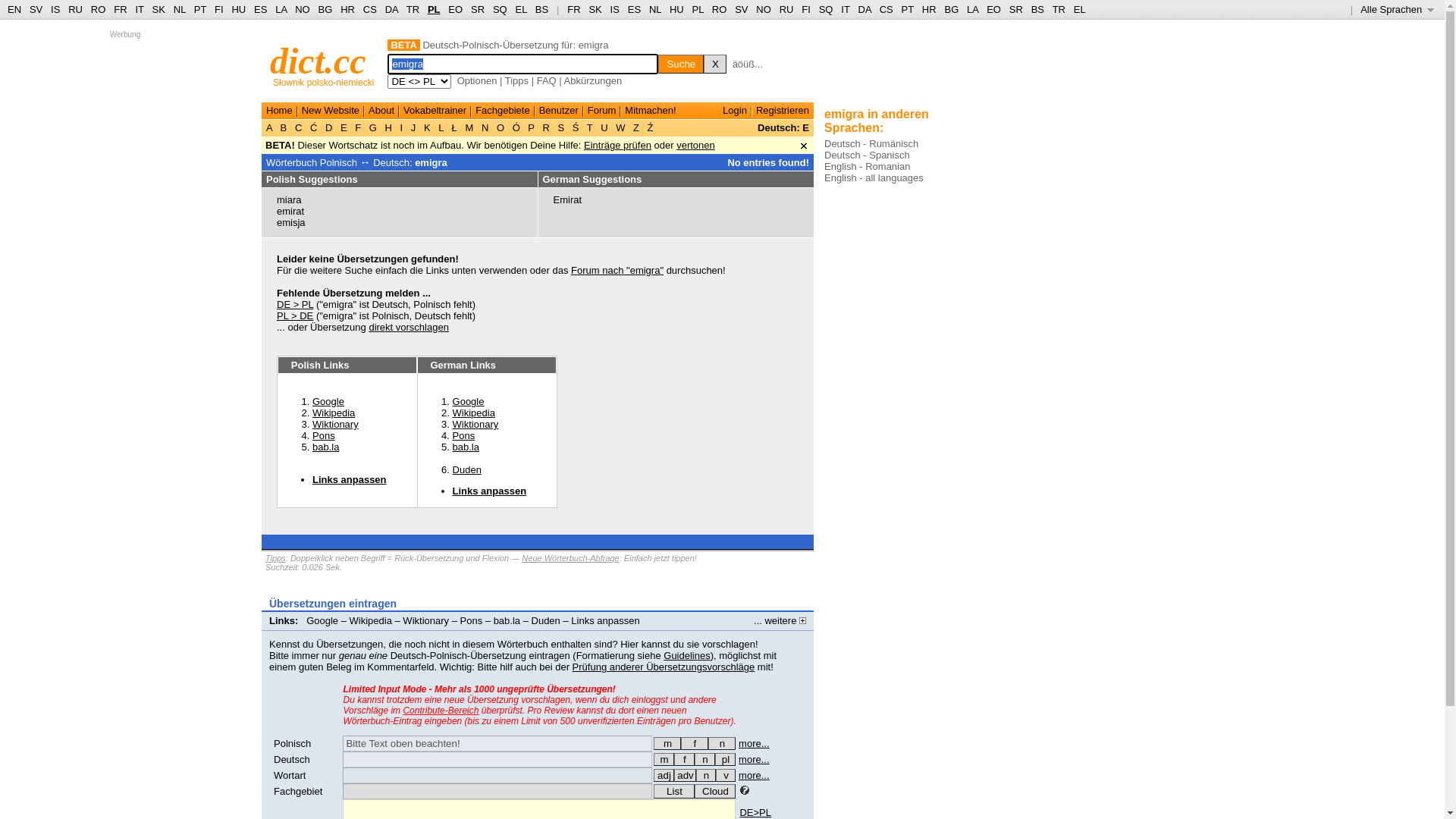 This screenshot has height=819, width=1456. I want to click on 'Optionen', so click(476, 80).